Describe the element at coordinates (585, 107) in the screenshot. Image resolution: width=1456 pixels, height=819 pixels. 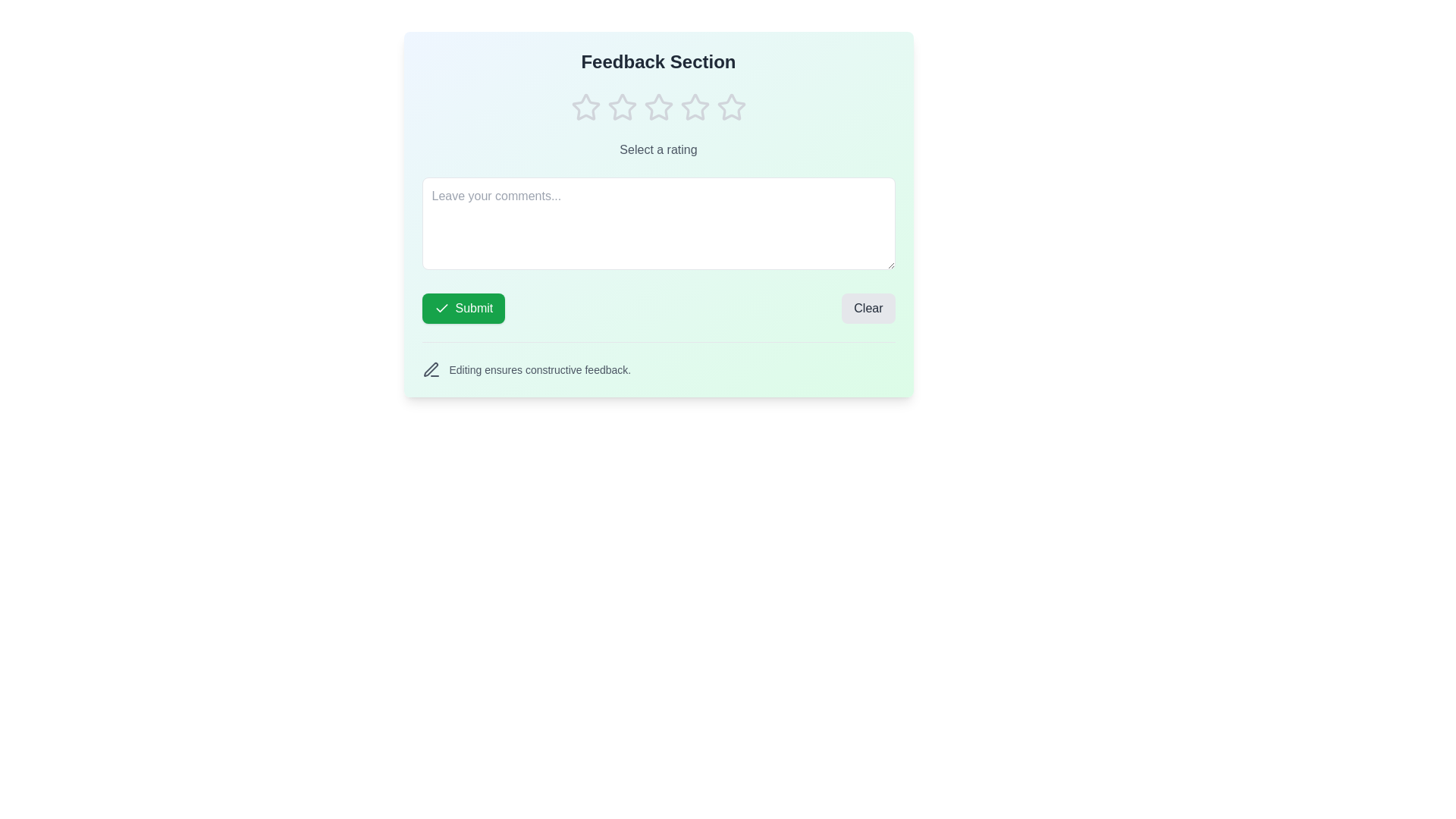
I see `the first star rating icon in the rating component` at that location.